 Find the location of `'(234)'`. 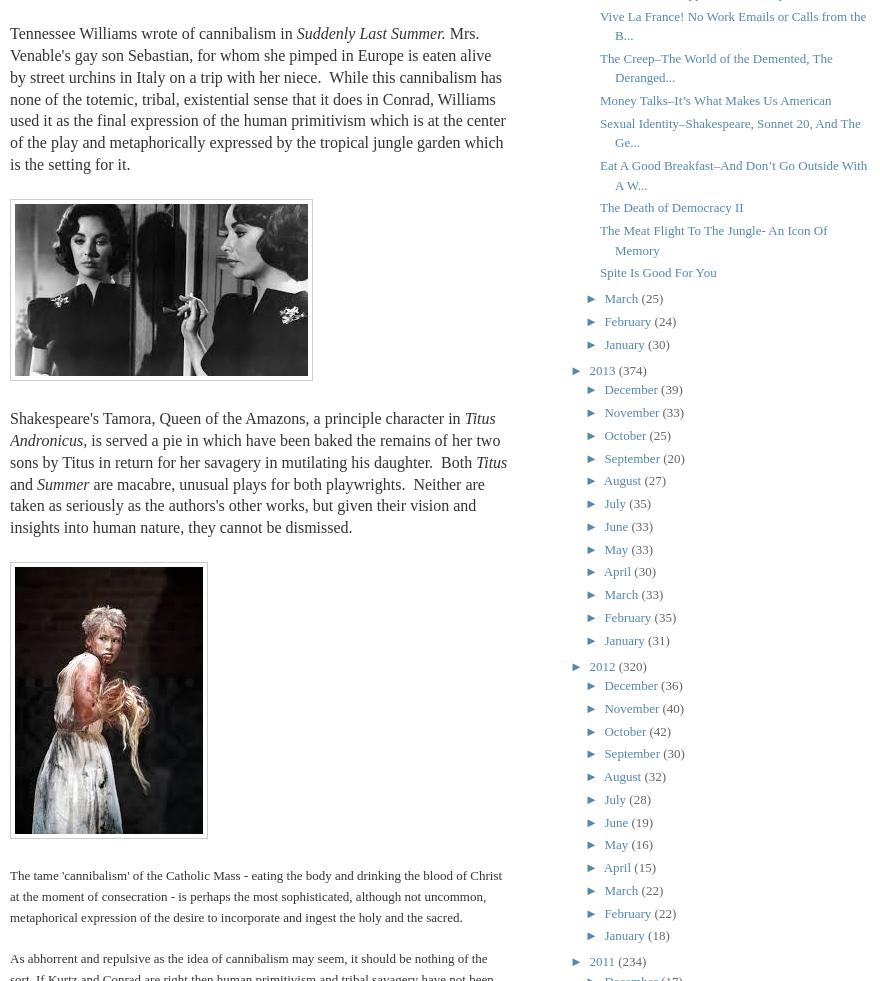

'(234)' is located at coordinates (617, 961).